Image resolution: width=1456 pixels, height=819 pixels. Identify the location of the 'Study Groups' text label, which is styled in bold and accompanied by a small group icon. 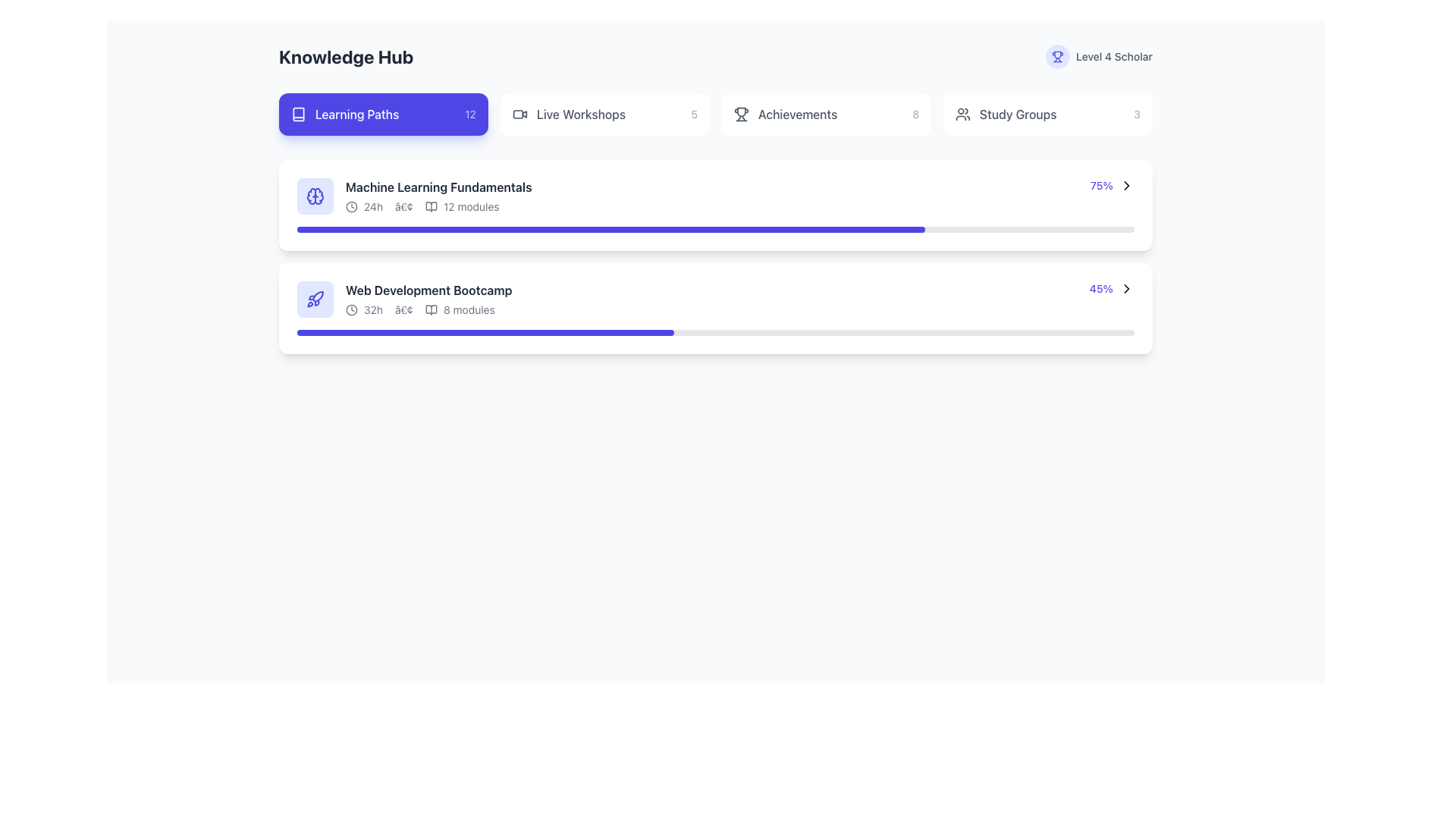
(1006, 113).